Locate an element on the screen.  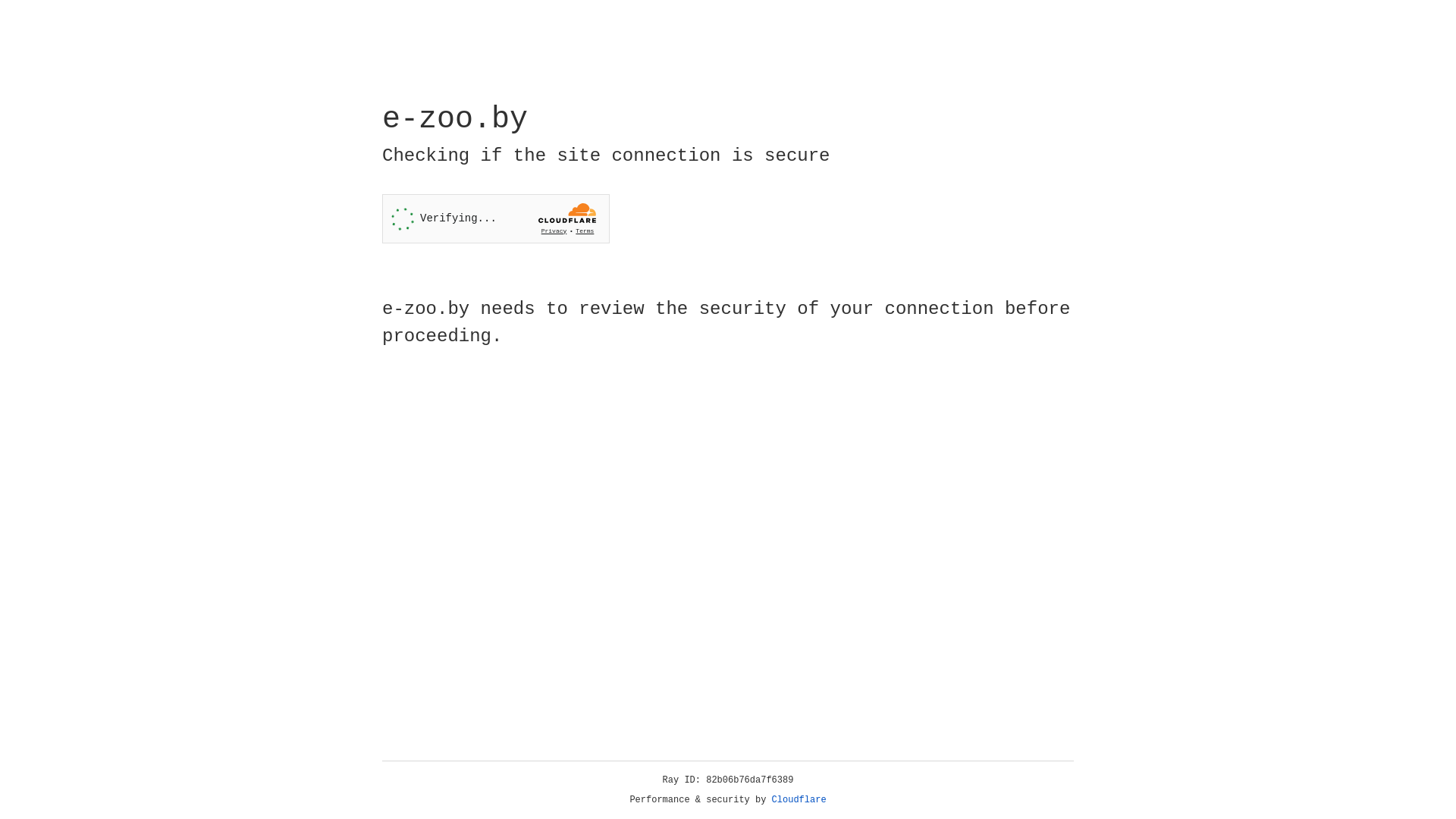
'Cloudflare' is located at coordinates (799, 799).